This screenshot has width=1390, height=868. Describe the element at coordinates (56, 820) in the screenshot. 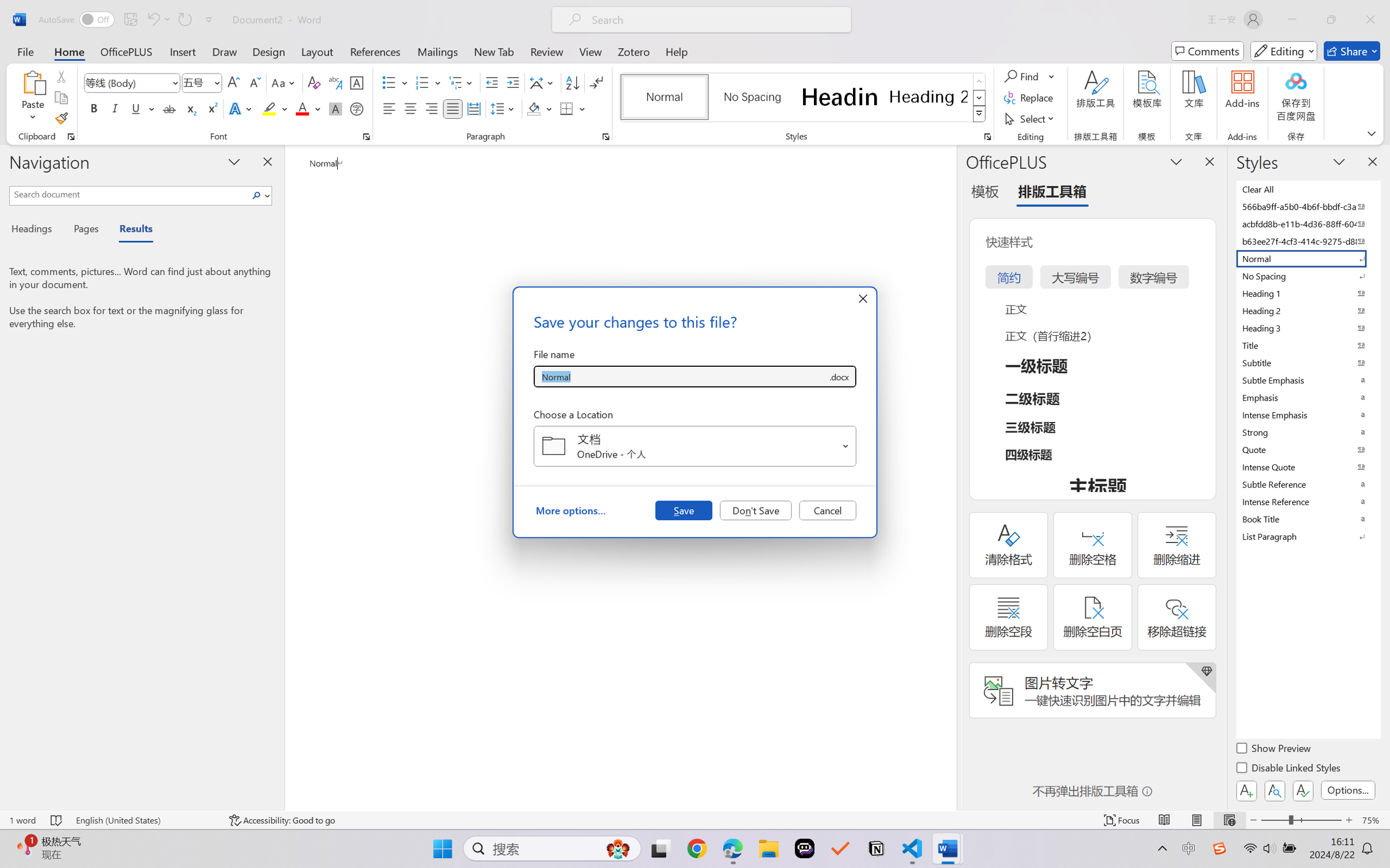

I see `'Spelling and Grammar Check No Errors'` at that location.